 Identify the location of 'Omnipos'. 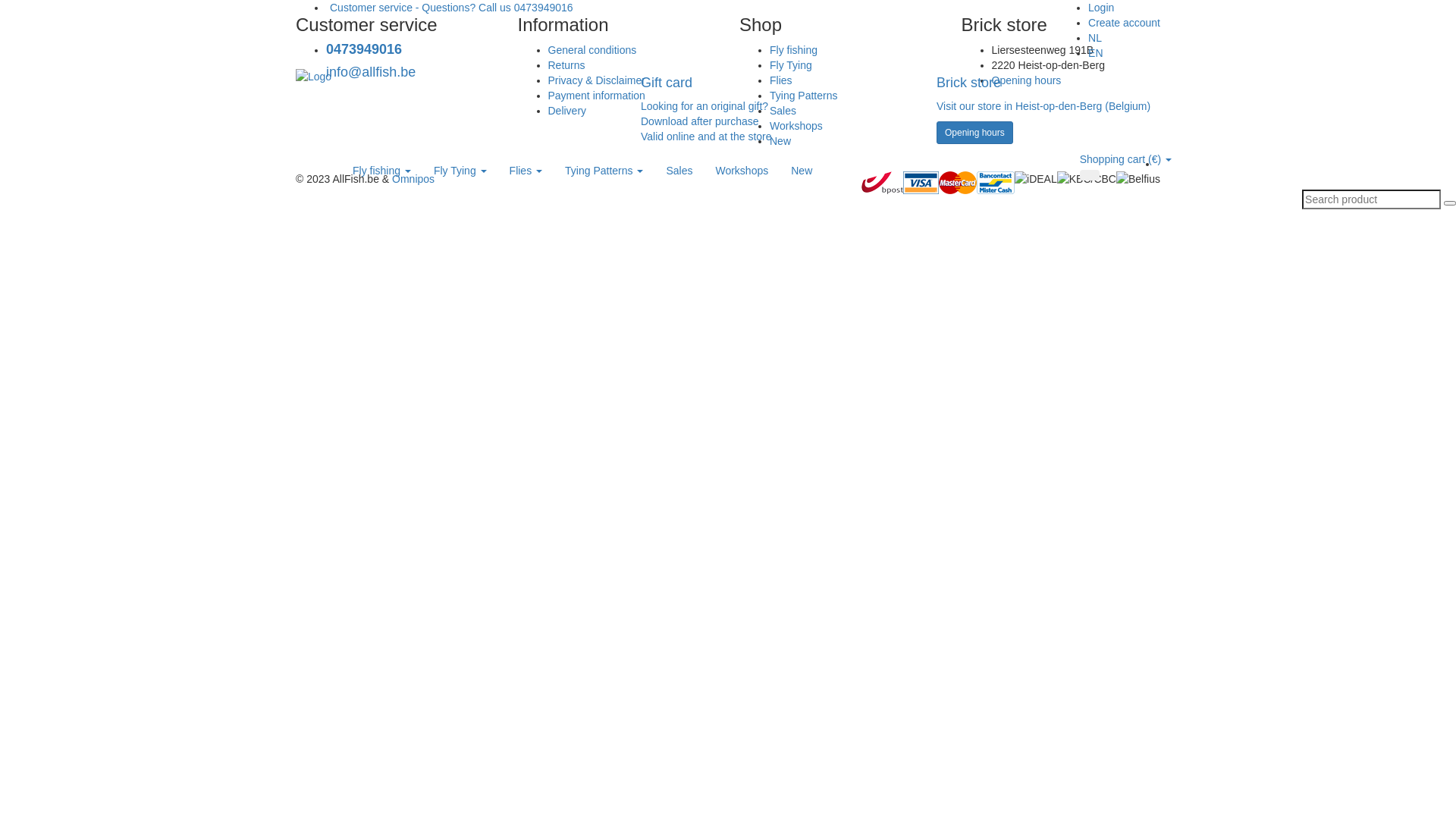
(413, 177).